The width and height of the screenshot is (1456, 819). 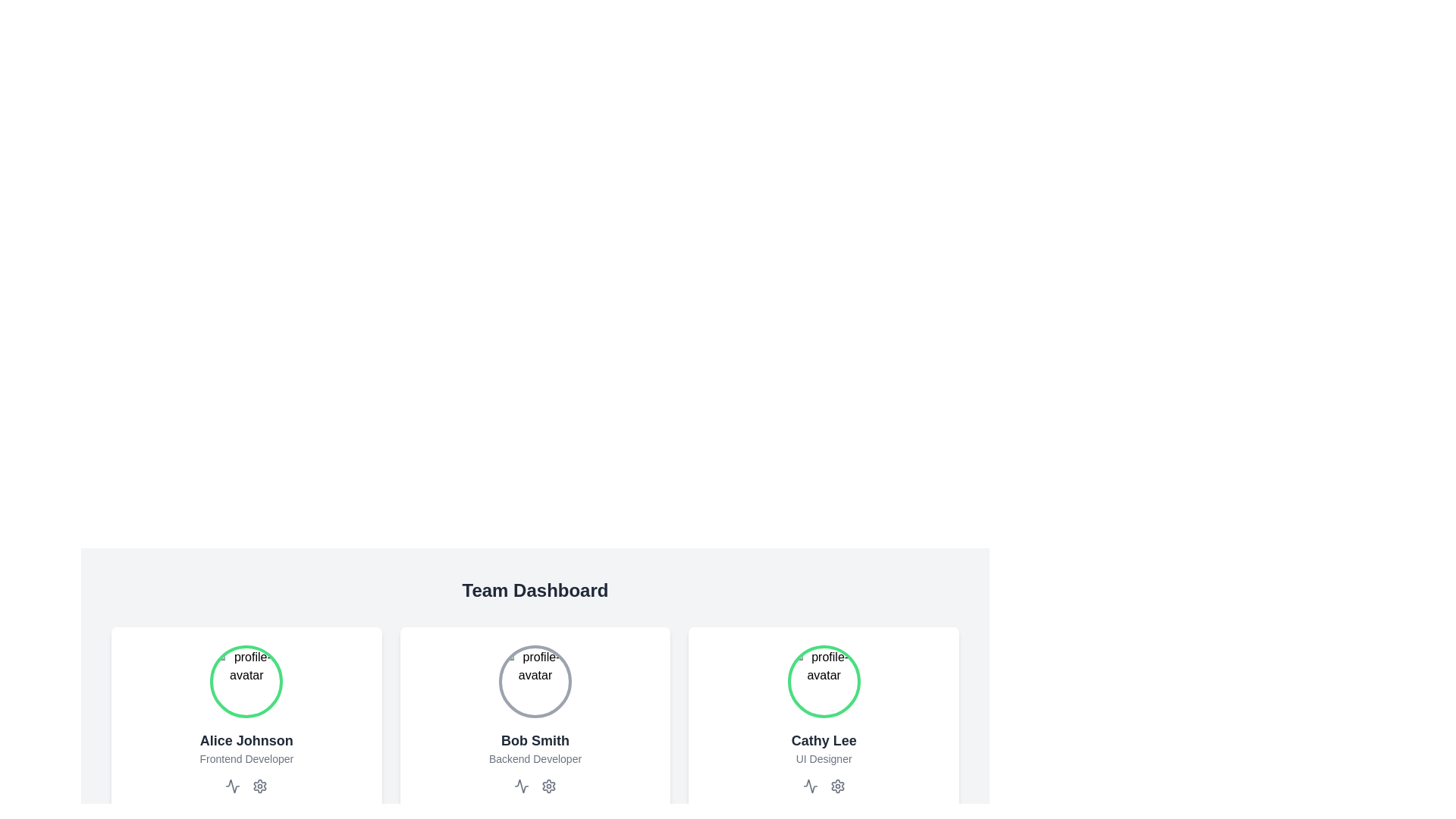 What do you see at coordinates (823, 680) in the screenshot?
I see `the profile avatar image of user 'Cathy Lee', which is located at the top-center of her card, directly above her name and designation` at bounding box center [823, 680].